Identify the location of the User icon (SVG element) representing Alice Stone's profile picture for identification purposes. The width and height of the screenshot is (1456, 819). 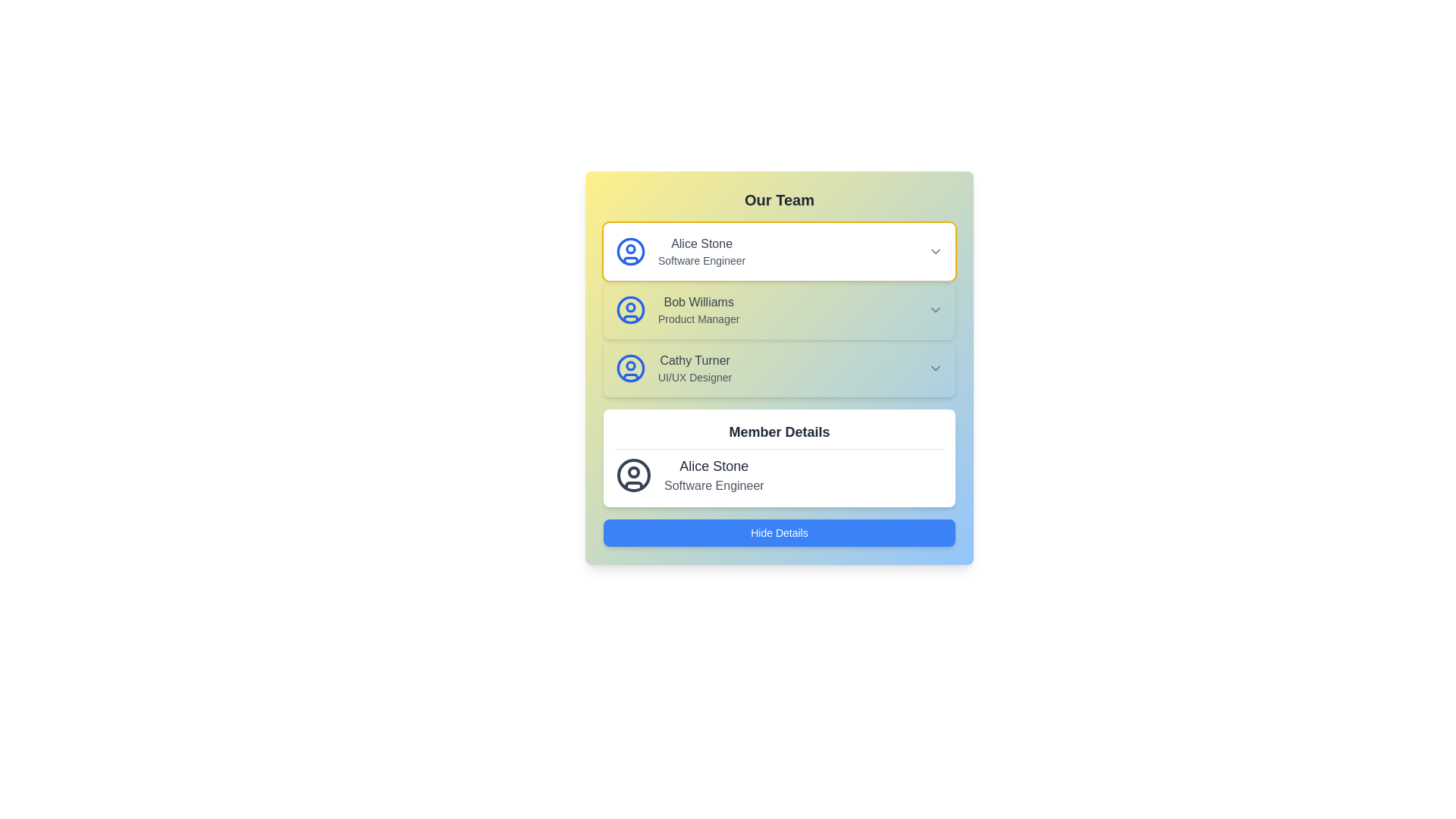
(630, 309).